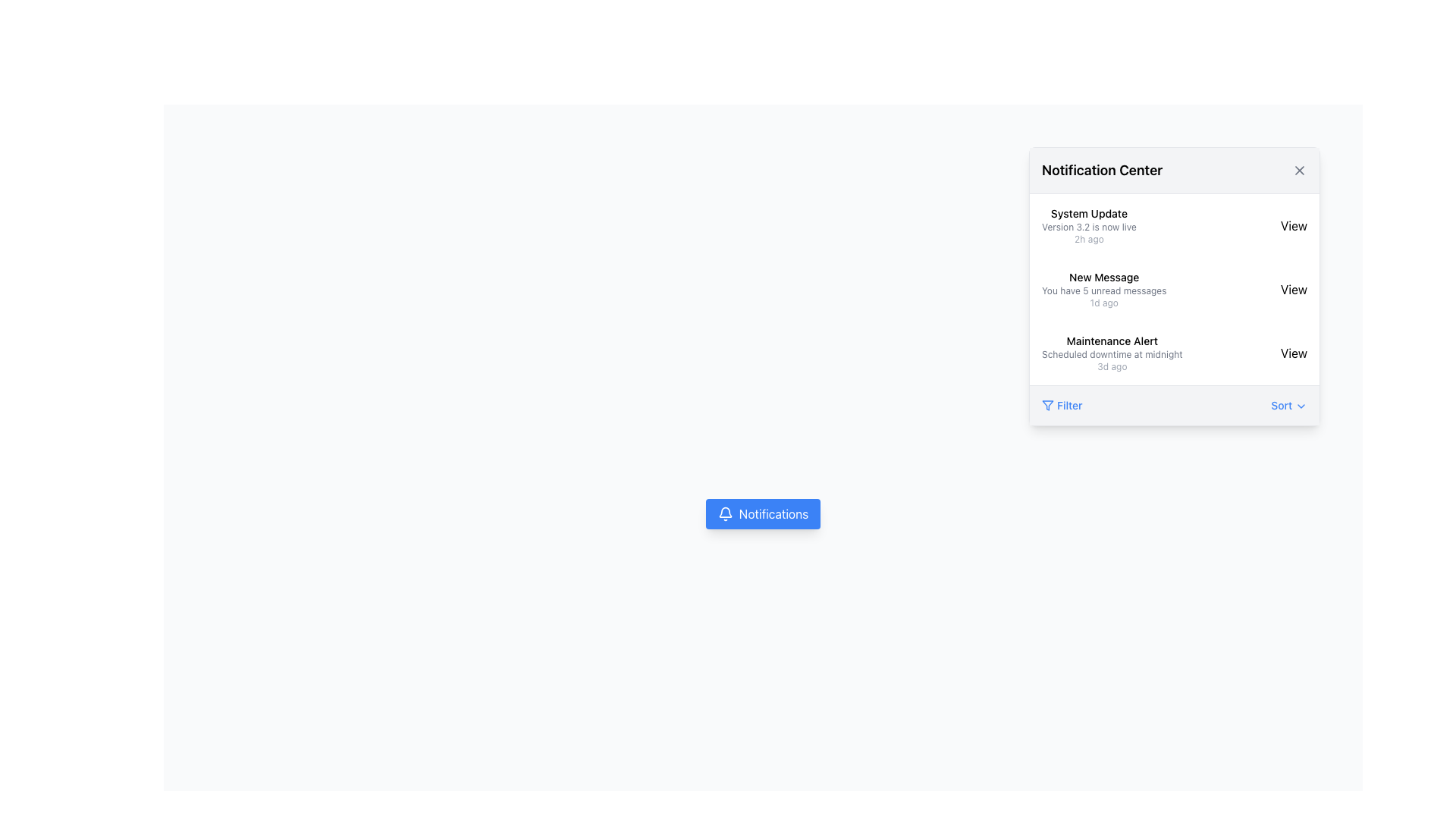 This screenshot has width=1456, height=819. What do you see at coordinates (1088, 227) in the screenshot?
I see `the Text Display that shows information about the status of an update, positioned below 'System Update' and above '2h ago' in the Notification Center dialog` at bounding box center [1088, 227].